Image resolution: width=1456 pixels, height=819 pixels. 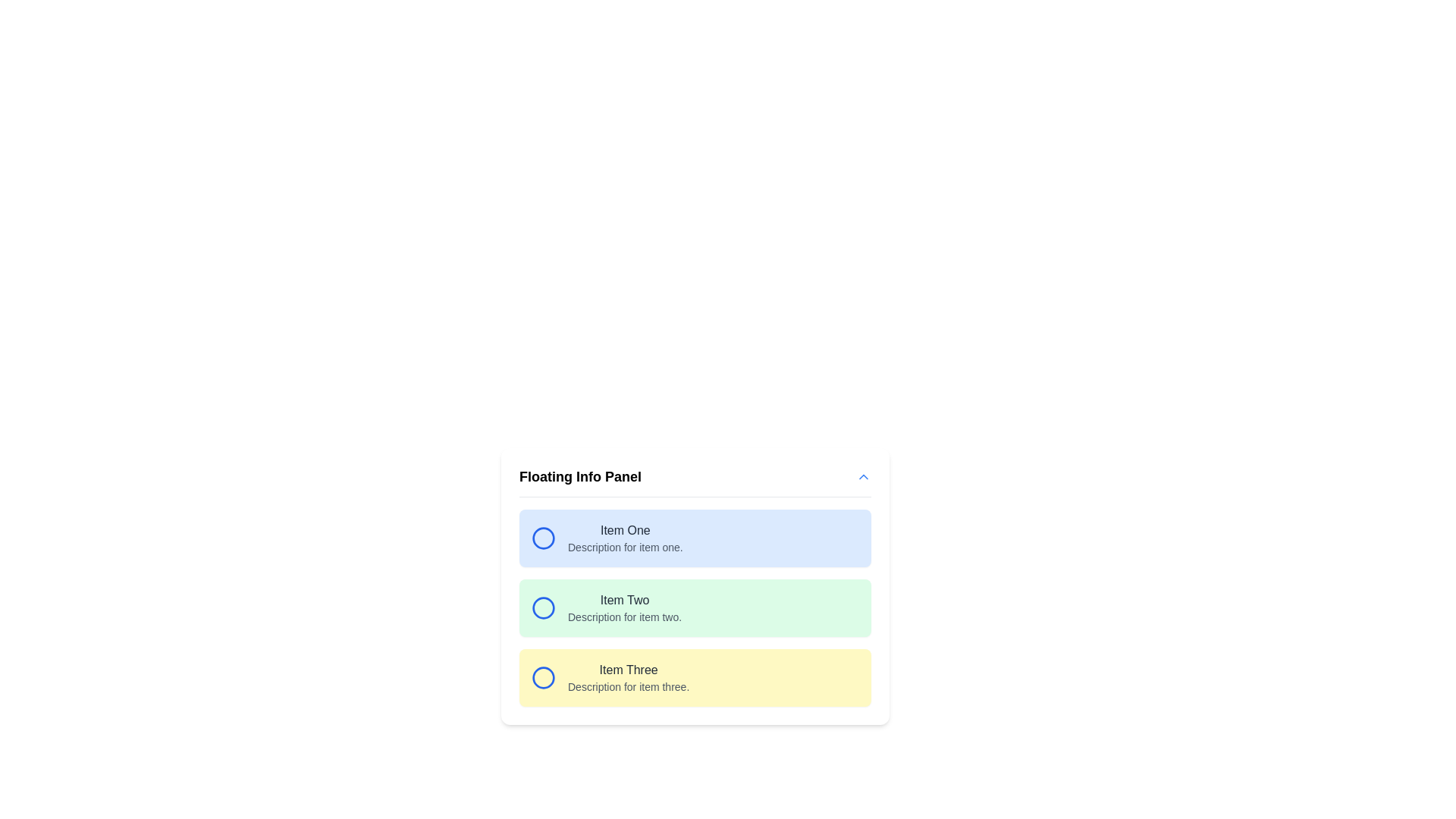 What do you see at coordinates (629, 677) in the screenshot?
I see `the text element that displays 'Item Three' with a pale yellow background and contains the description 'Description for item three.'` at bounding box center [629, 677].